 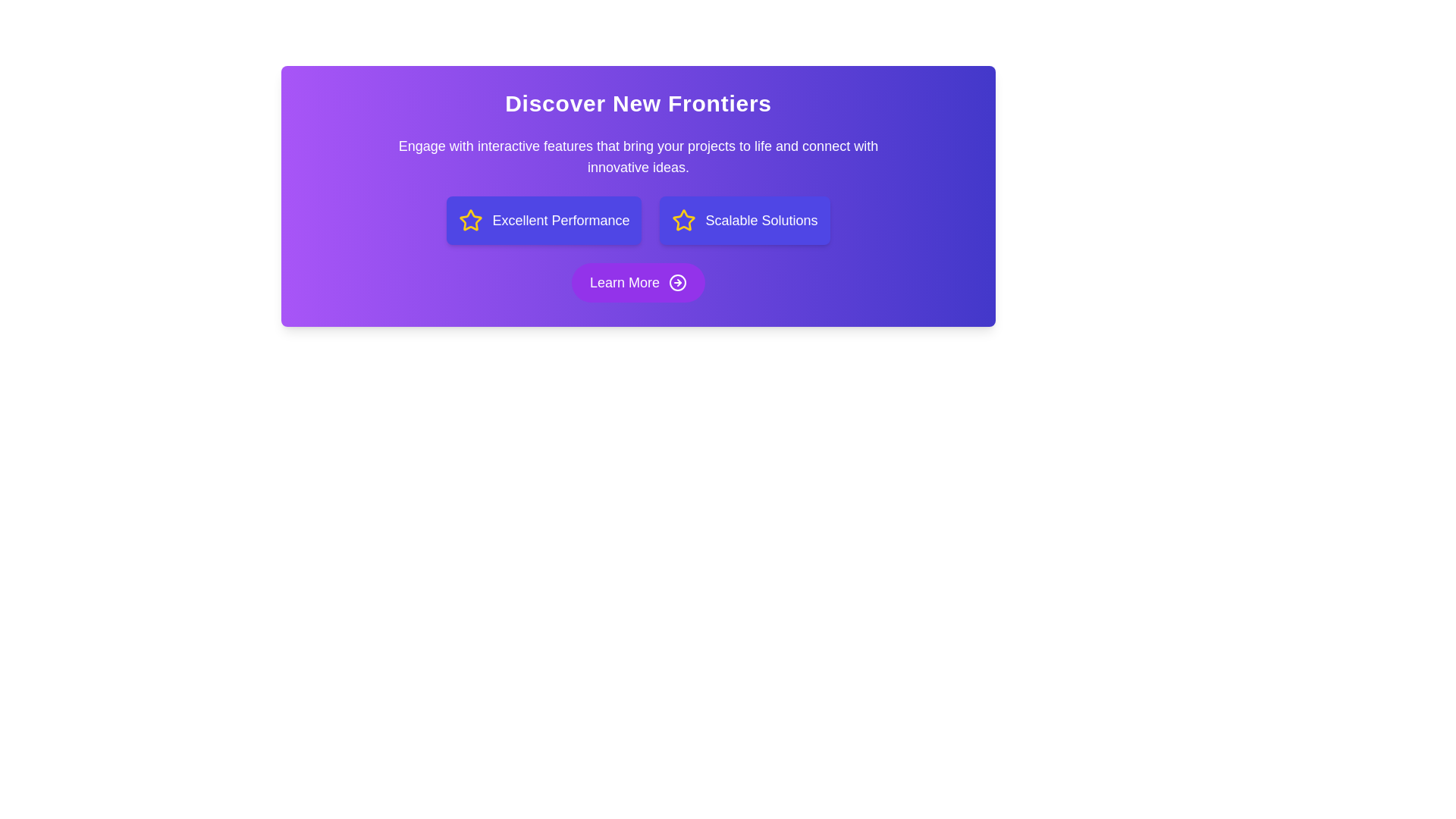 I want to click on the icon associated with the 'Learn More' button, which is positioned to the right side of the button at the bottom center of the main content area, so click(x=676, y=283).